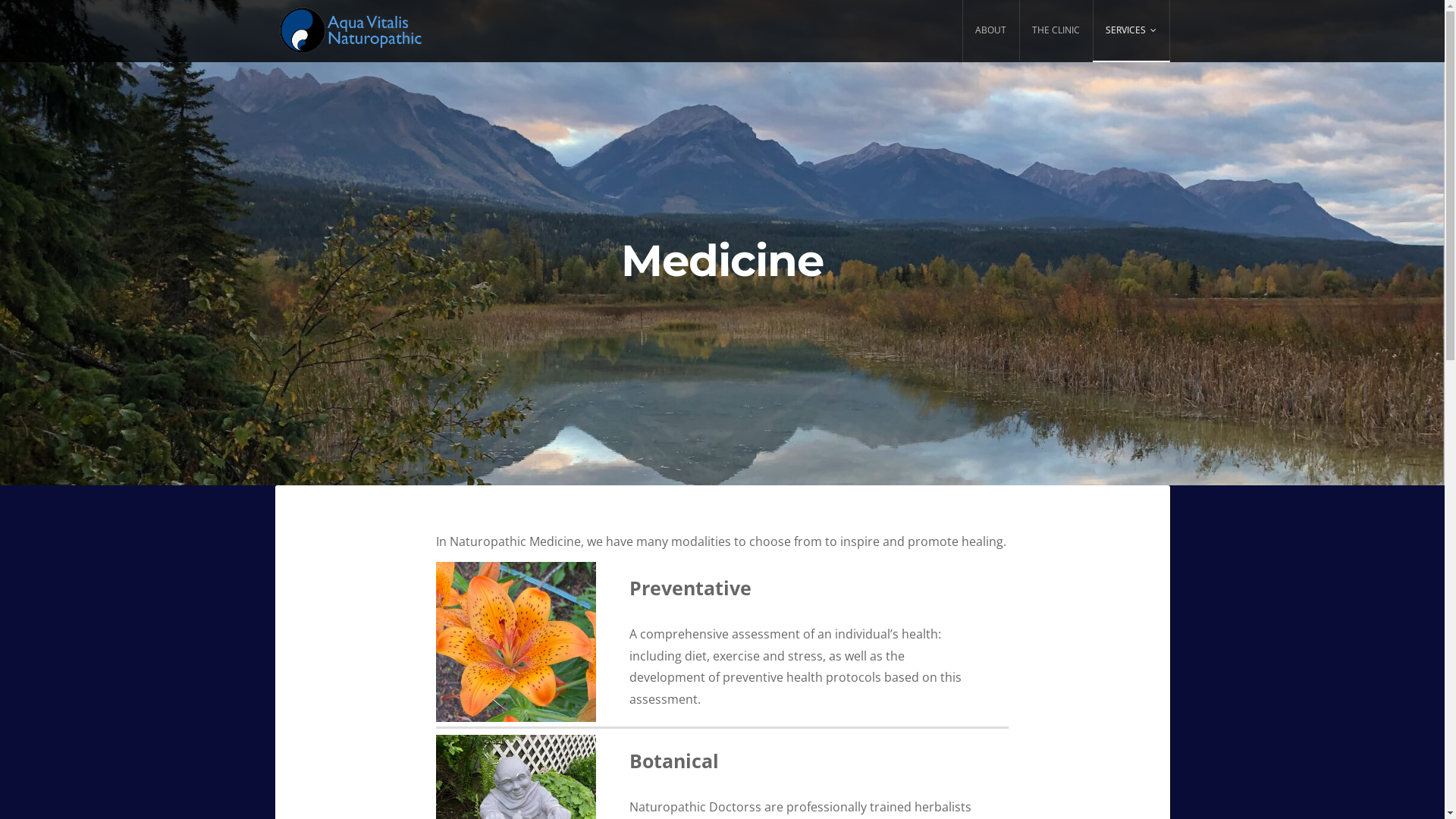  Describe the element at coordinates (990, 30) in the screenshot. I see `'ABOUT'` at that location.